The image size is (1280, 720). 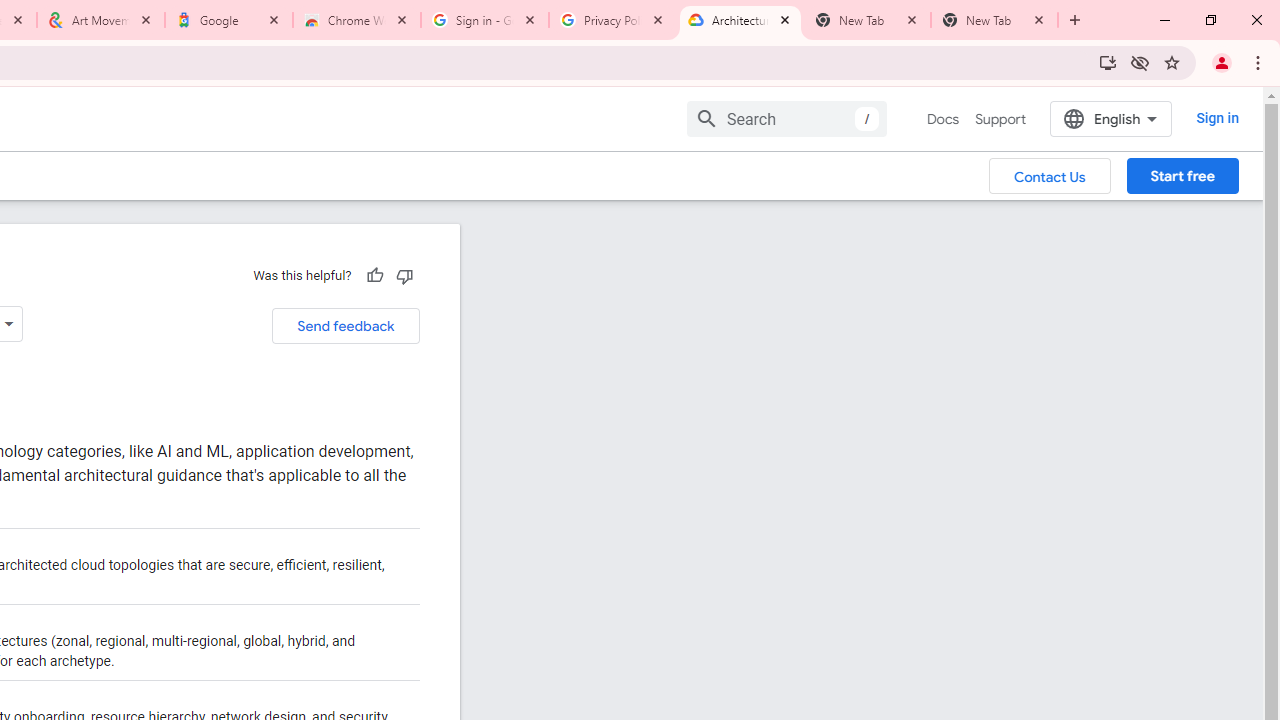 I want to click on 'Send feedback', so click(x=345, y=325).